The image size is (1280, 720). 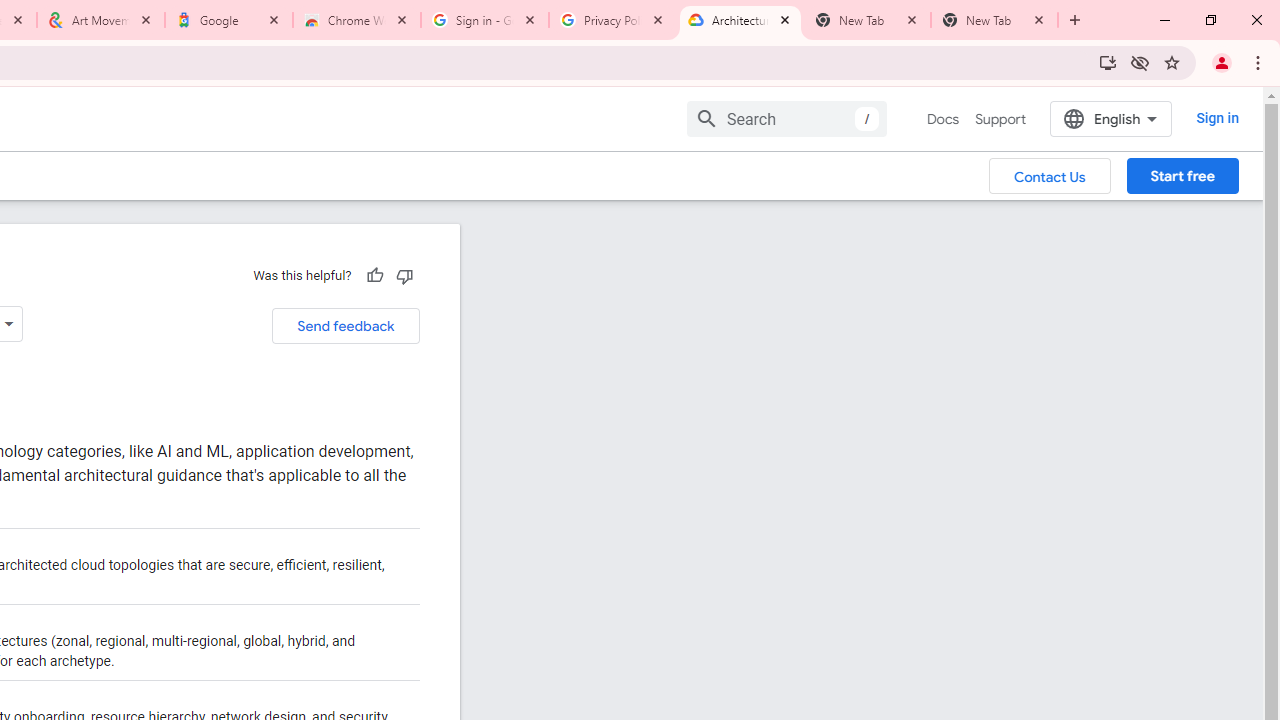 I want to click on 'Send feedback', so click(x=345, y=325).